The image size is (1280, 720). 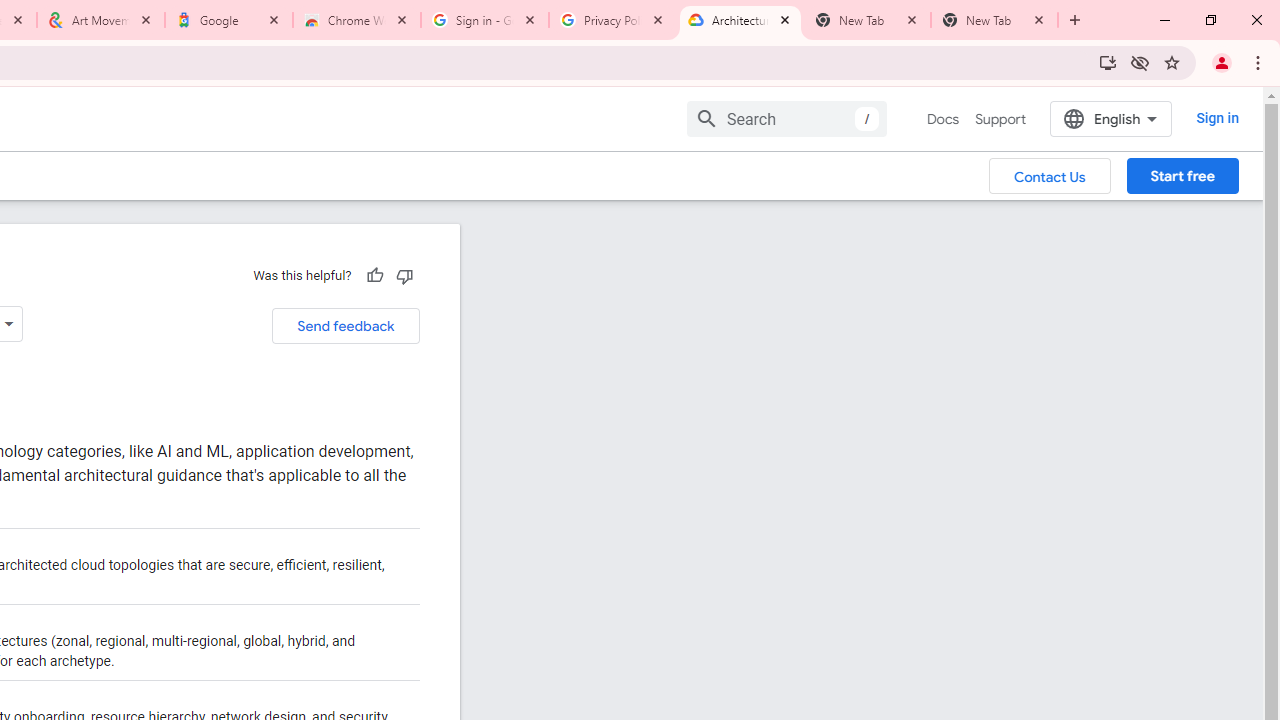 I want to click on 'Send feedback', so click(x=345, y=325).